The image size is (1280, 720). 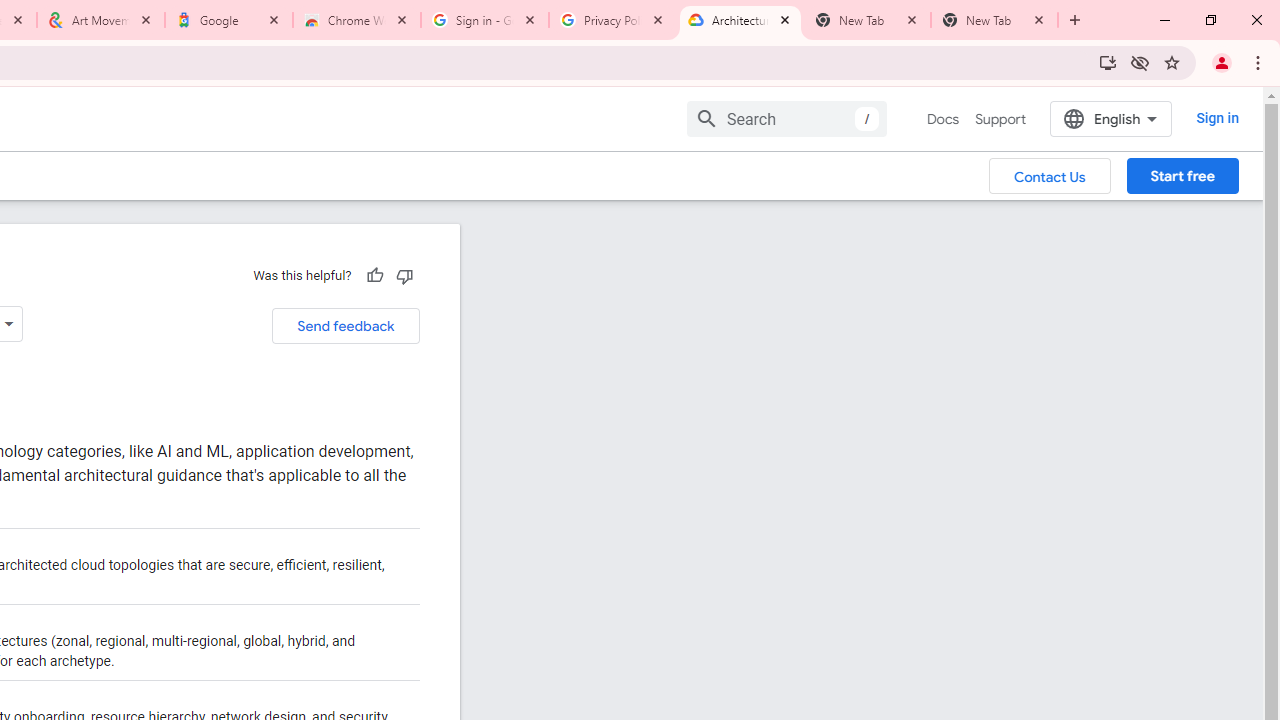 I want to click on 'Send feedback', so click(x=345, y=325).